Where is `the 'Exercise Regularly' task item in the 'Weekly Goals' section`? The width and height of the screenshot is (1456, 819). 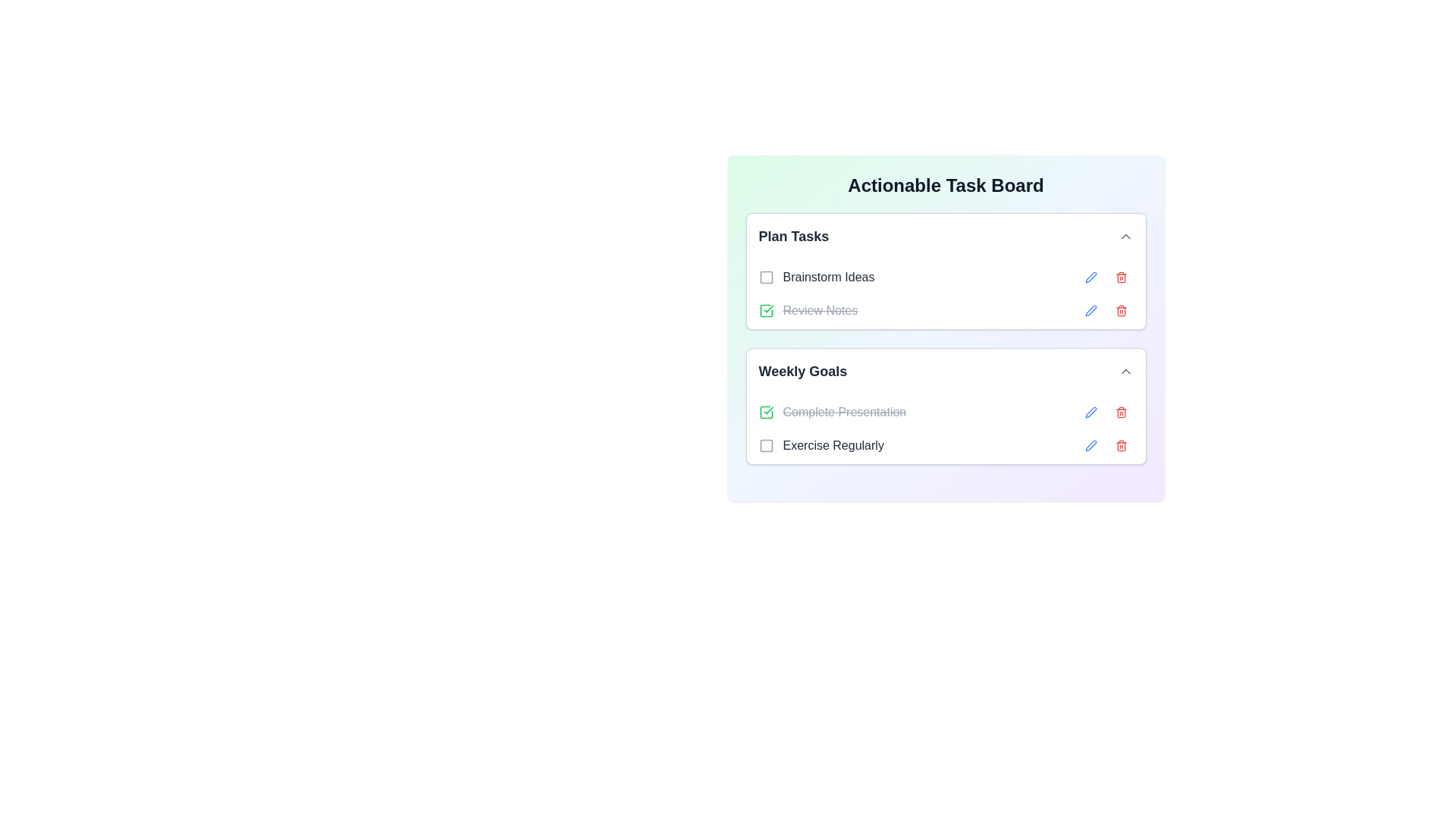 the 'Exercise Regularly' task item in the 'Weekly Goals' section is located at coordinates (945, 444).